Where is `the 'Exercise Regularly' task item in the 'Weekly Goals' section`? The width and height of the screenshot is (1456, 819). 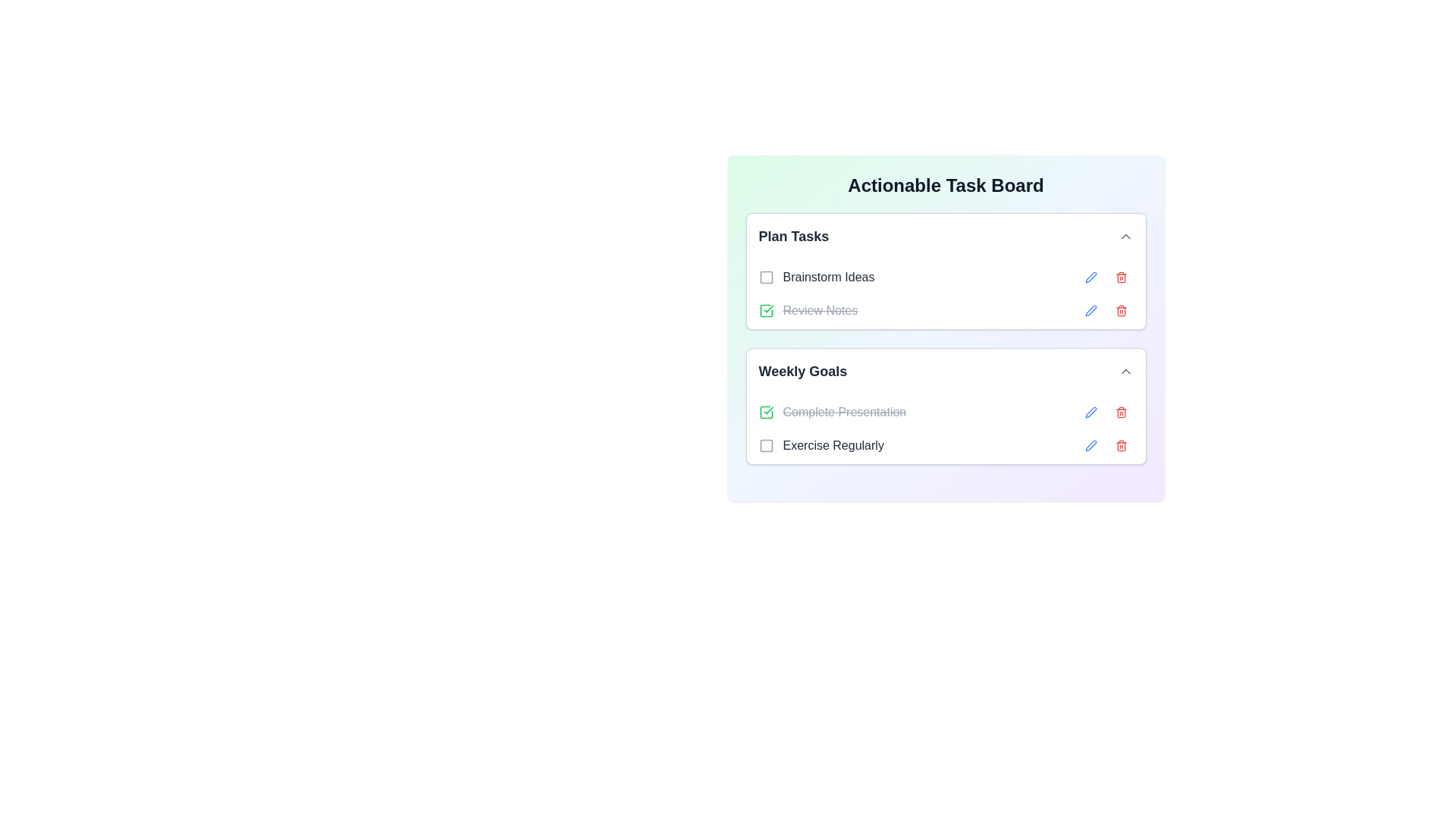 the 'Exercise Regularly' task item in the 'Weekly Goals' section is located at coordinates (945, 444).